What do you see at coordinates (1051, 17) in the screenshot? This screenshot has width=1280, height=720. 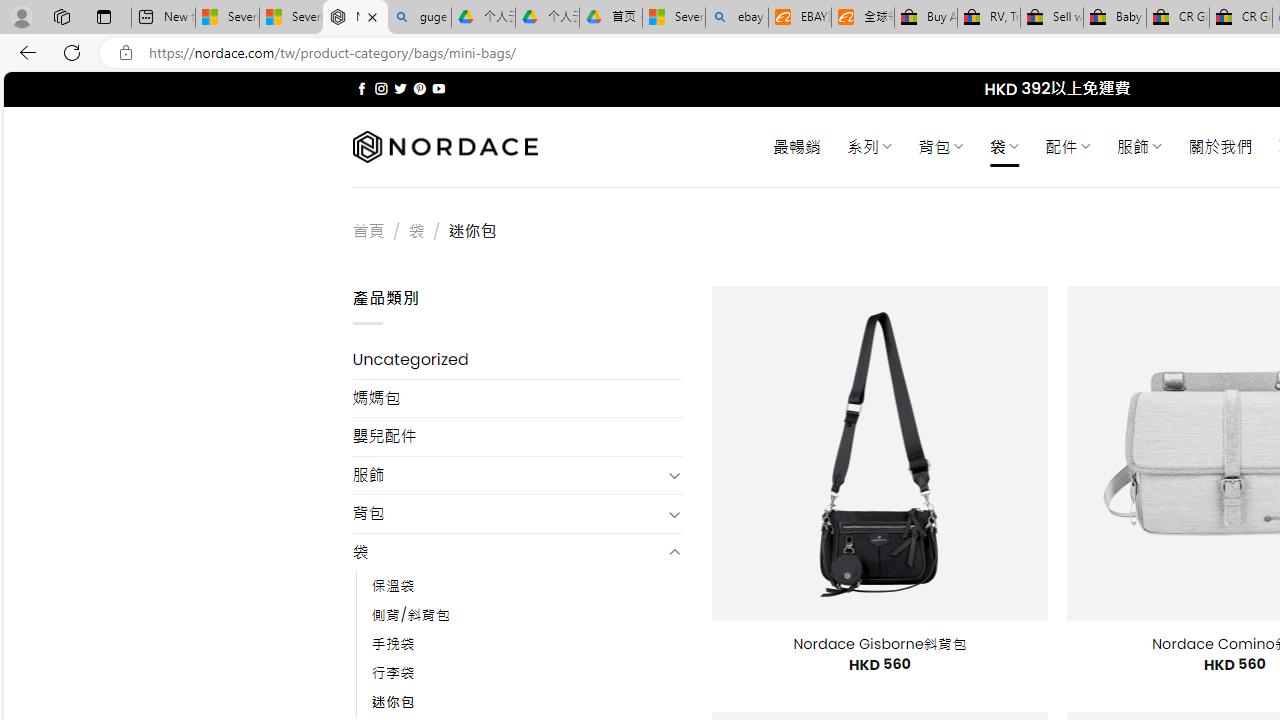 I see `'Sell worldwide with eBay'` at bounding box center [1051, 17].